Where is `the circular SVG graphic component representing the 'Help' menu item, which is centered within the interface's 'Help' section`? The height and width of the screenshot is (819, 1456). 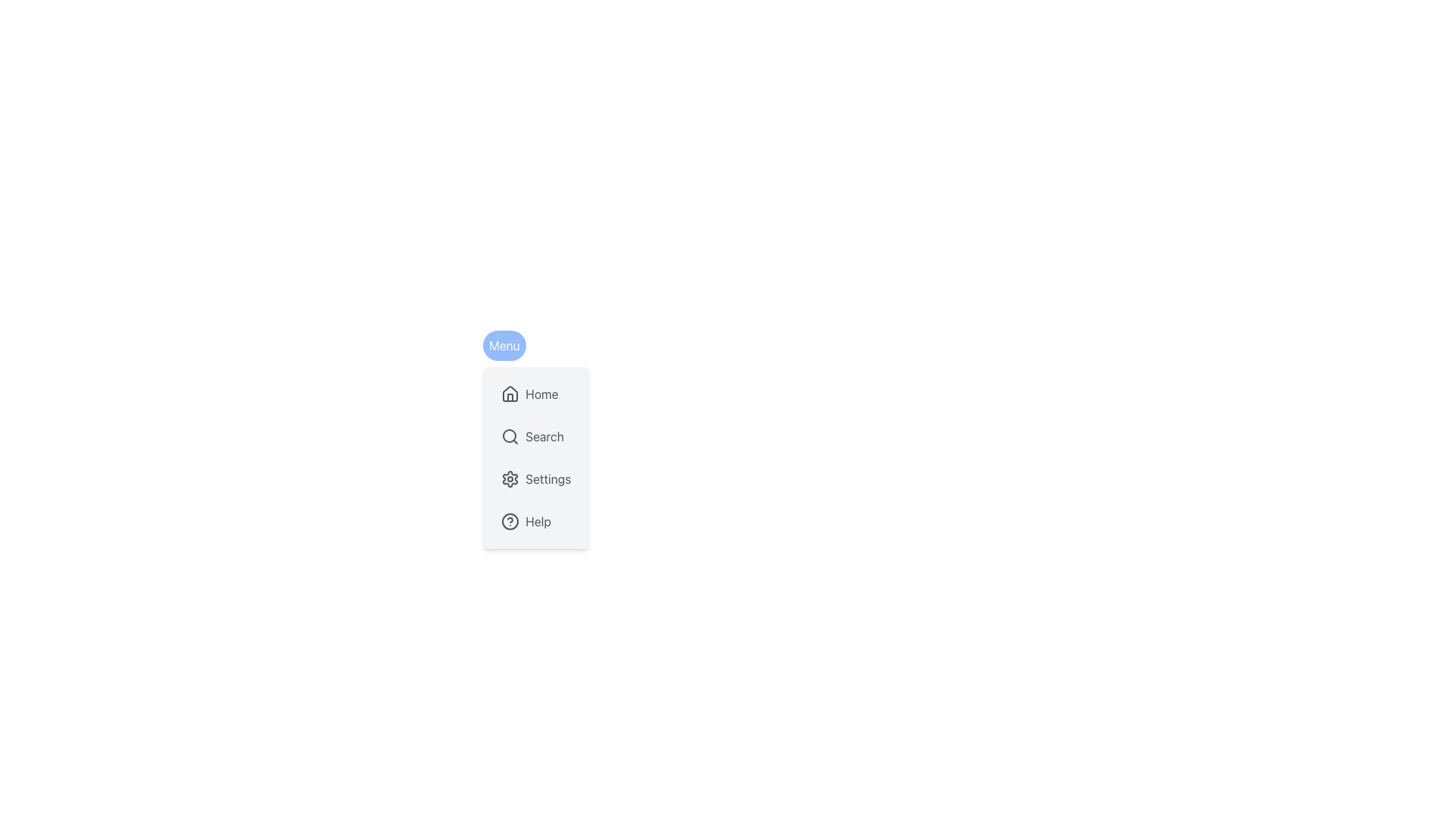 the circular SVG graphic component representing the 'Help' menu item, which is centered within the interface's 'Help' section is located at coordinates (510, 520).